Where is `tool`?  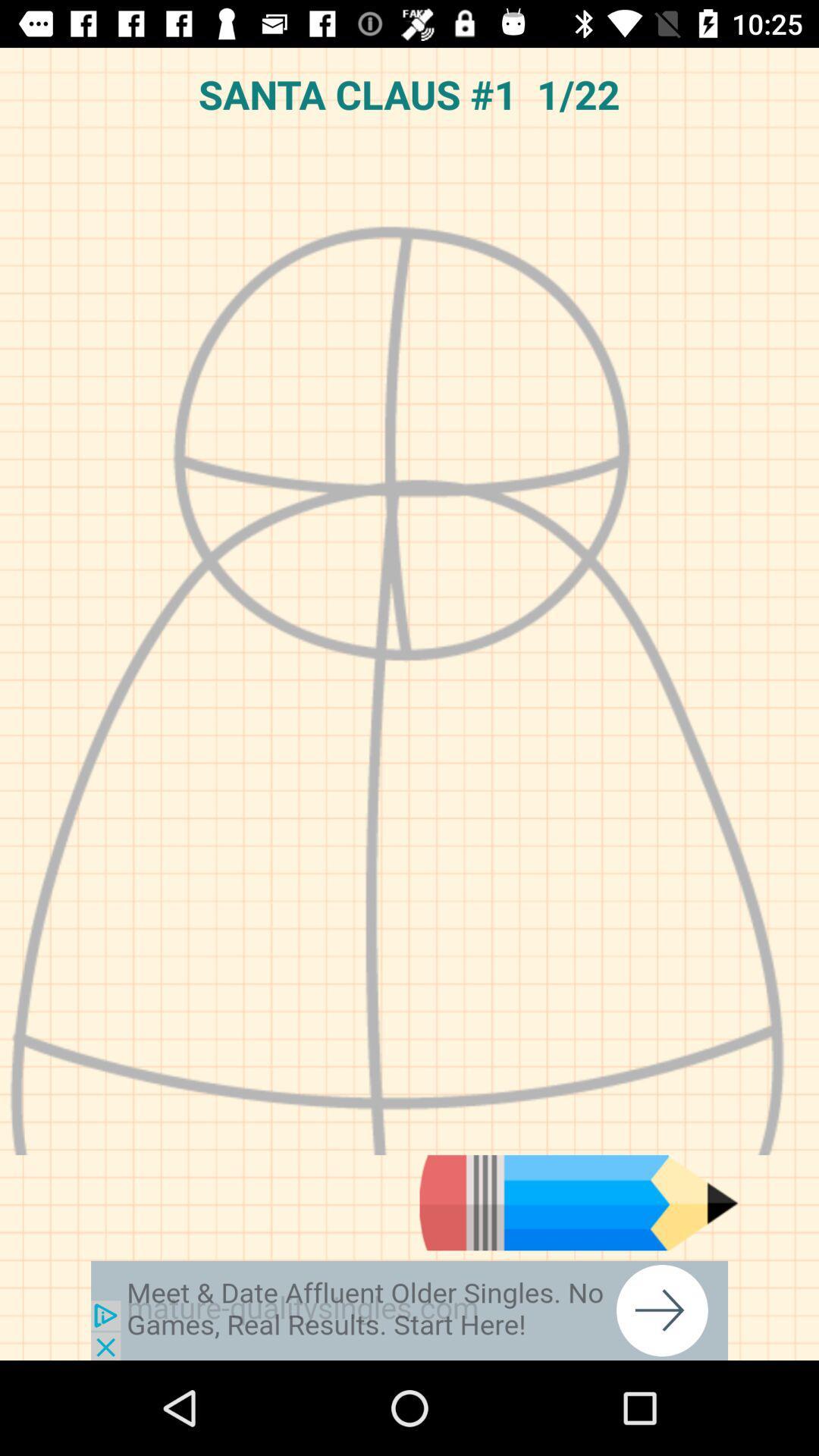 tool is located at coordinates (579, 1202).